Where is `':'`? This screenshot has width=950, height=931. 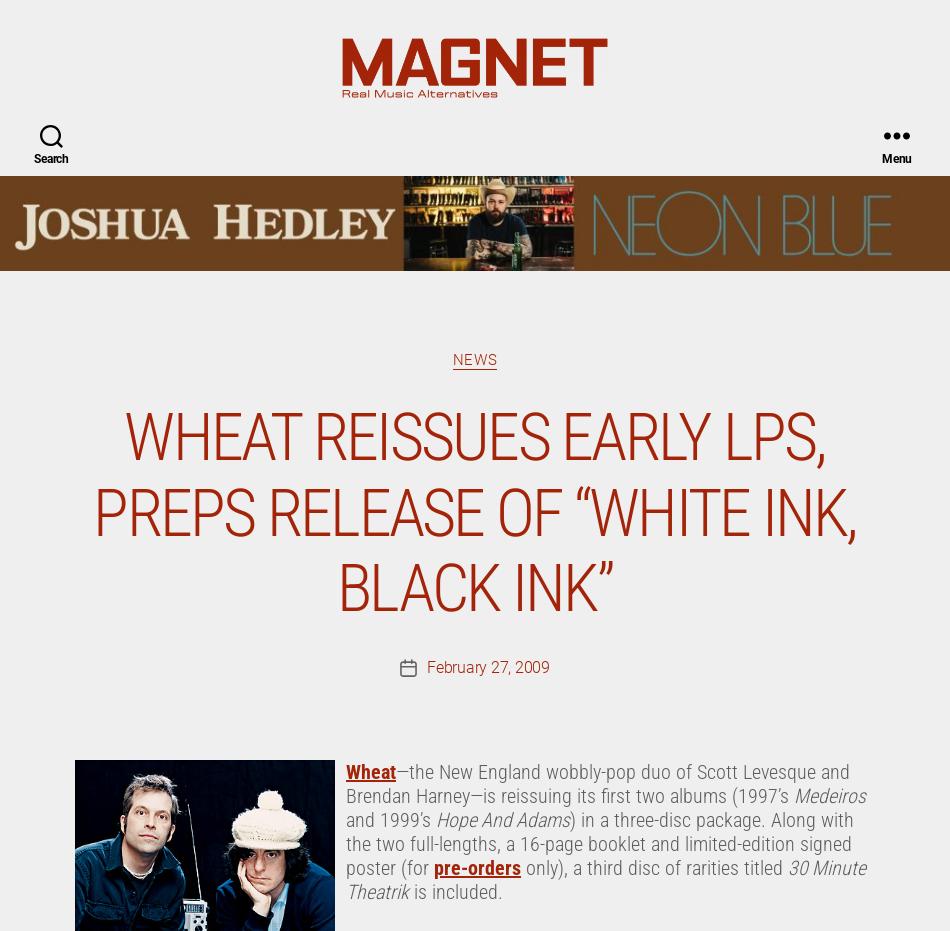 ':' is located at coordinates (311, 646).